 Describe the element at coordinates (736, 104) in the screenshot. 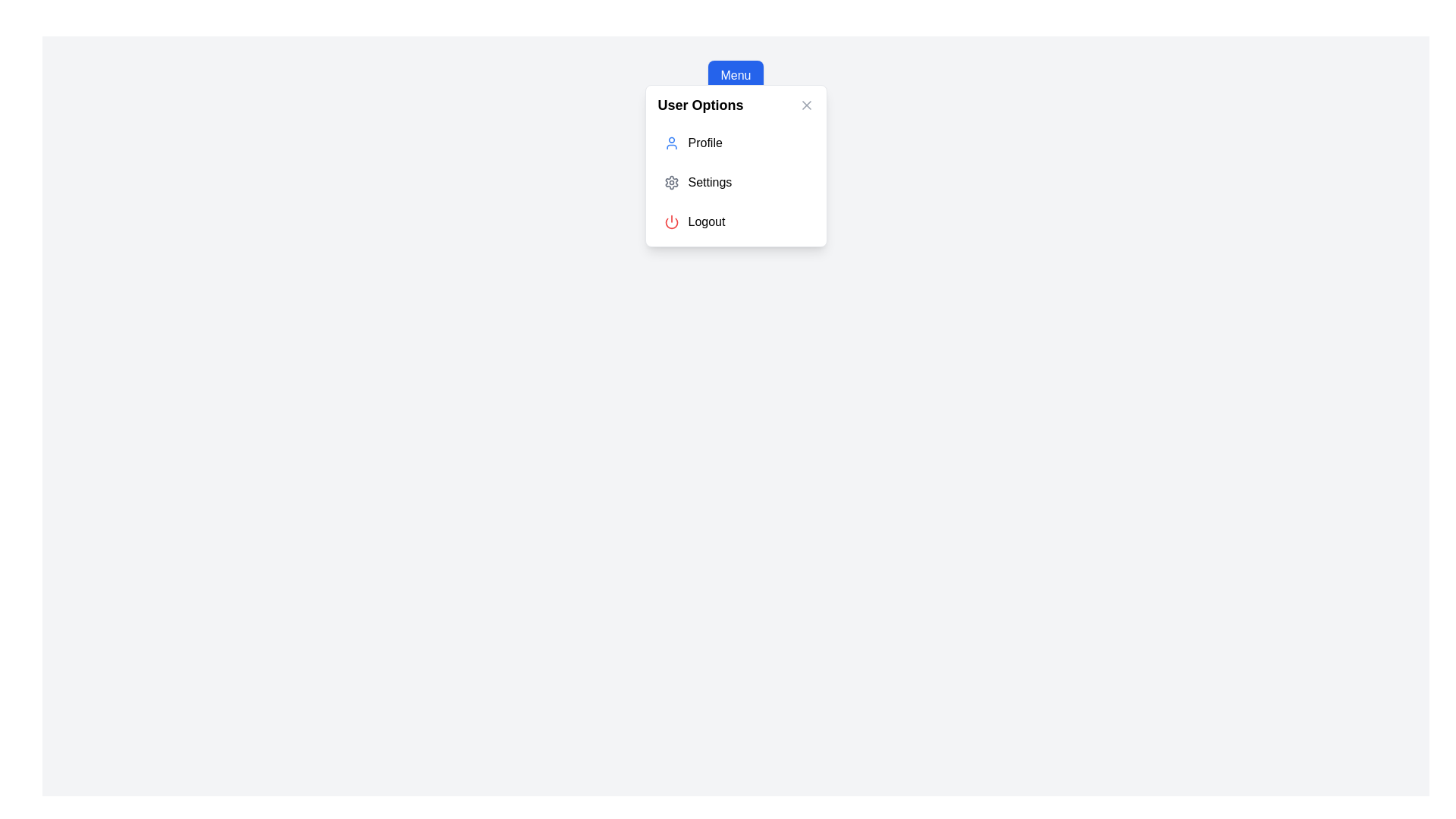

I see `text from the 'User Options' text label located at the top-left corner of the dropdown menu, which is styled as a section header` at that location.